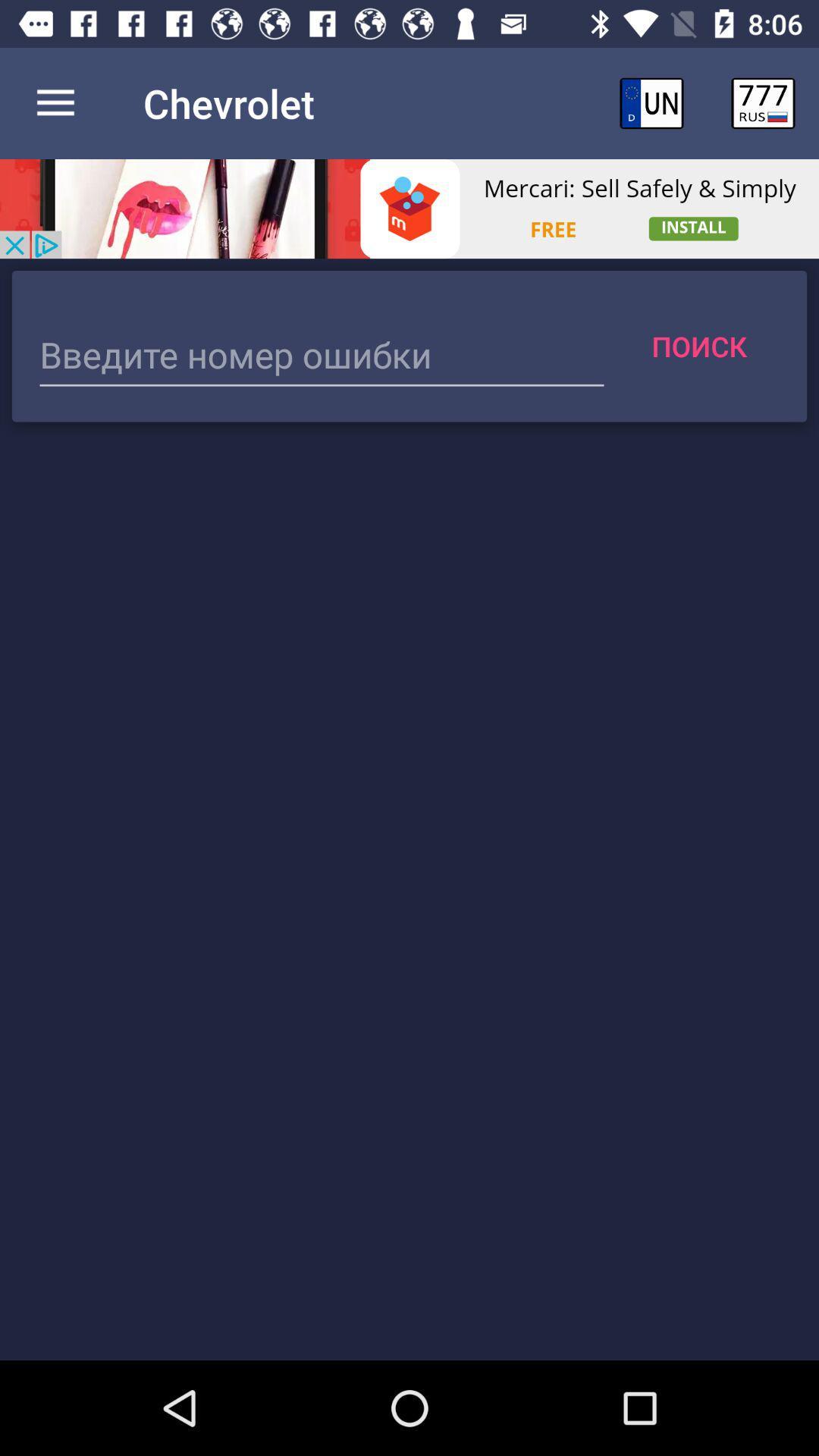 This screenshot has width=819, height=1456. What do you see at coordinates (409, 208) in the screenshot?
I see `advertiser` at bounding box center [409, 208].